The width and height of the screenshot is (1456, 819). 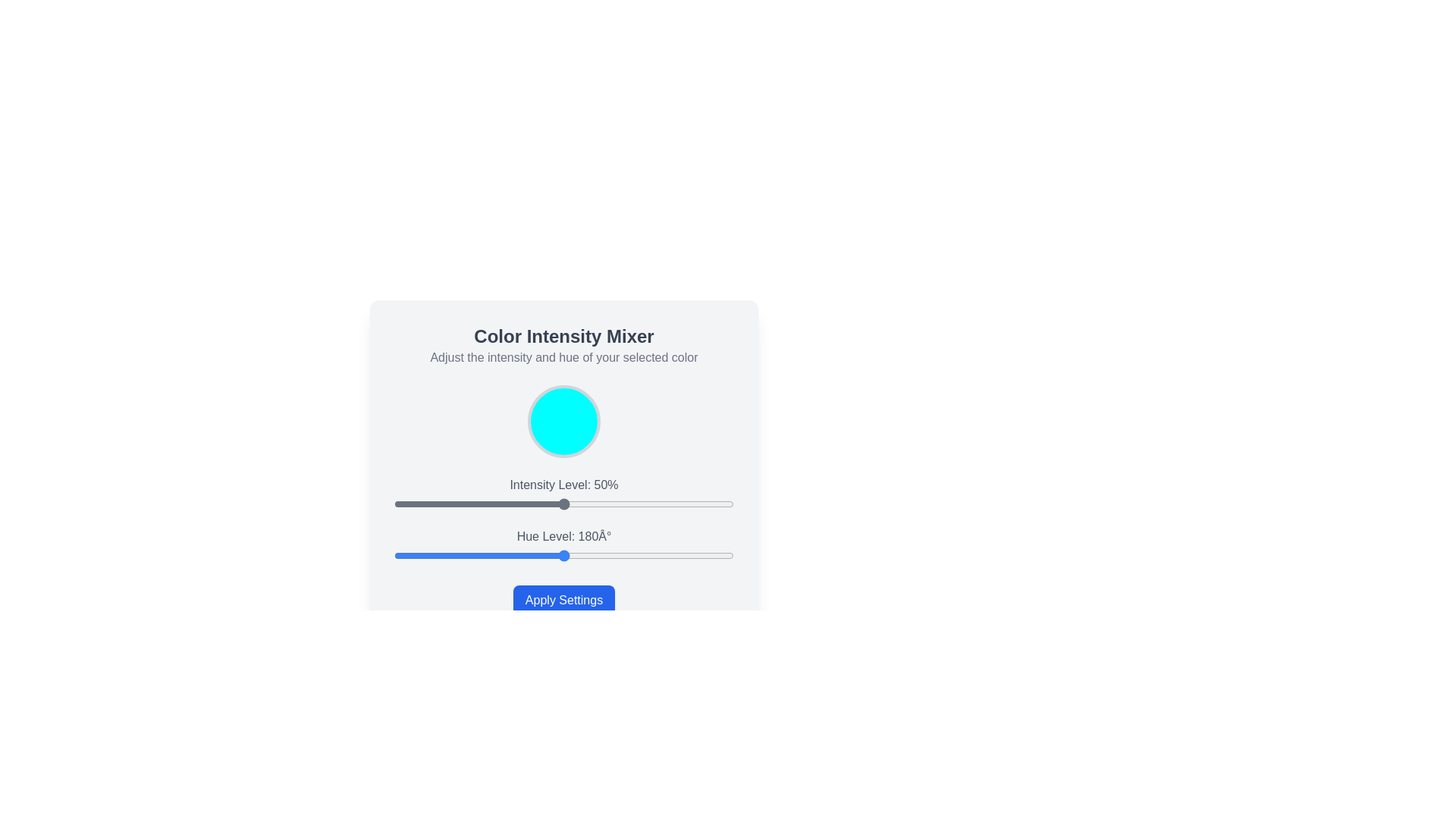 What do you see at coordinates (665, 555) in the screenshot?
I see `the hue level slider to 287°` at bounding box center [665, 555].